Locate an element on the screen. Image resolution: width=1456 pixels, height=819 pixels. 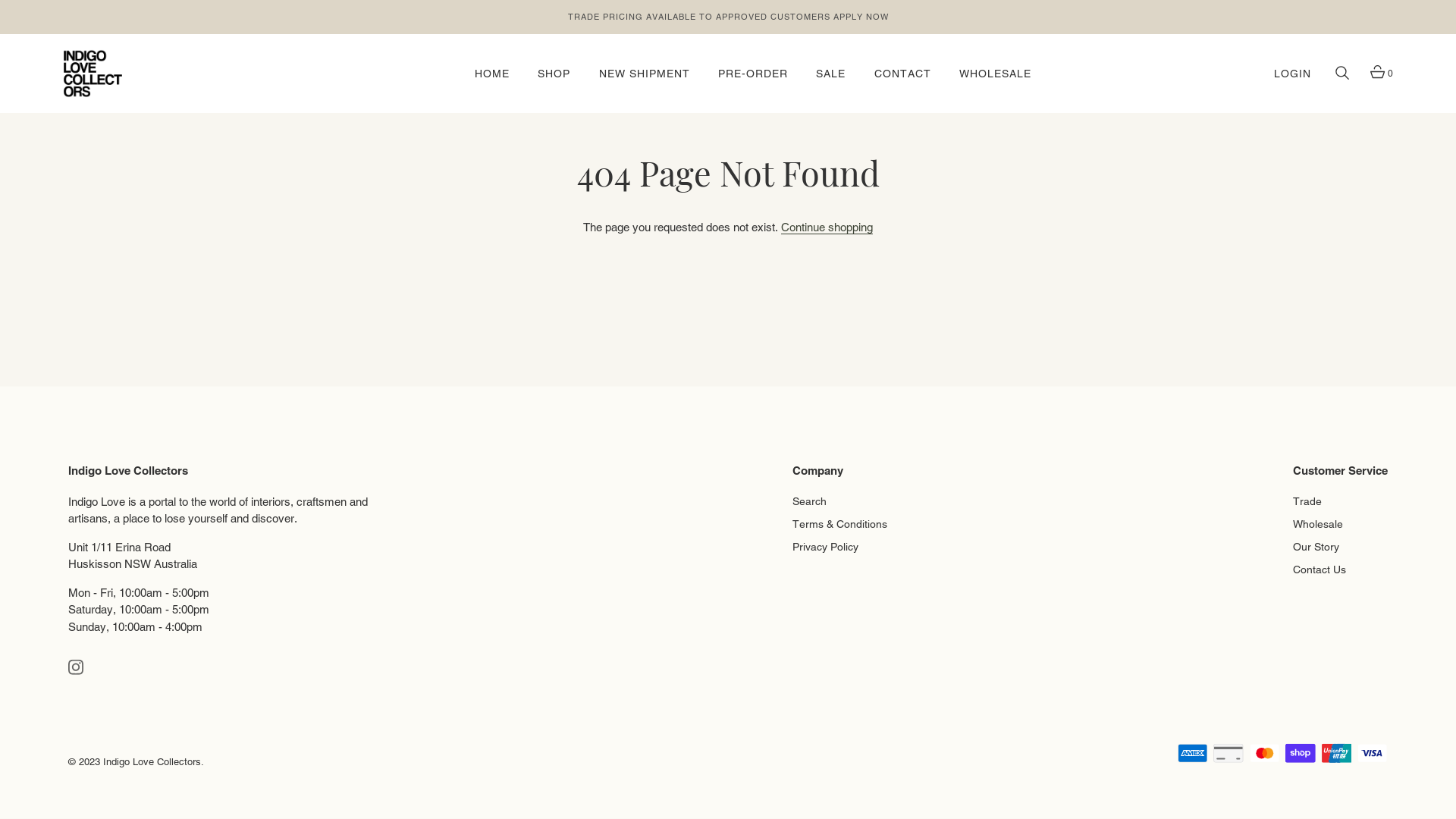
'Terms & Conditions' is located at coordinates (839, 520).